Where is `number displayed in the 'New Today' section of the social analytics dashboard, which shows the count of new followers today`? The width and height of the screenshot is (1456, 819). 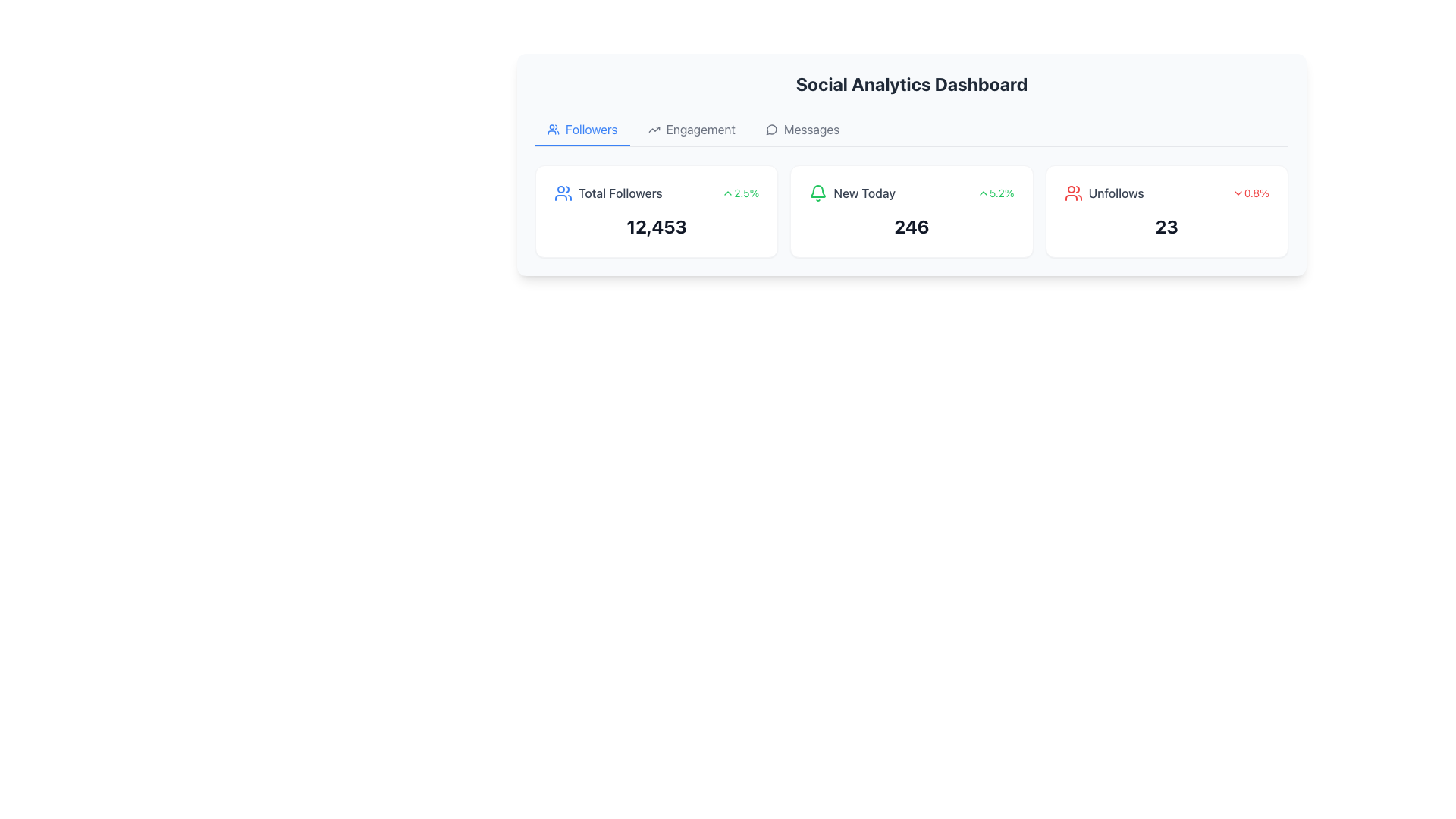
number displayed in the 'New Today' section of the social analytics dashboard, which shows the count of new followers today is located at coordinates (911, 227).